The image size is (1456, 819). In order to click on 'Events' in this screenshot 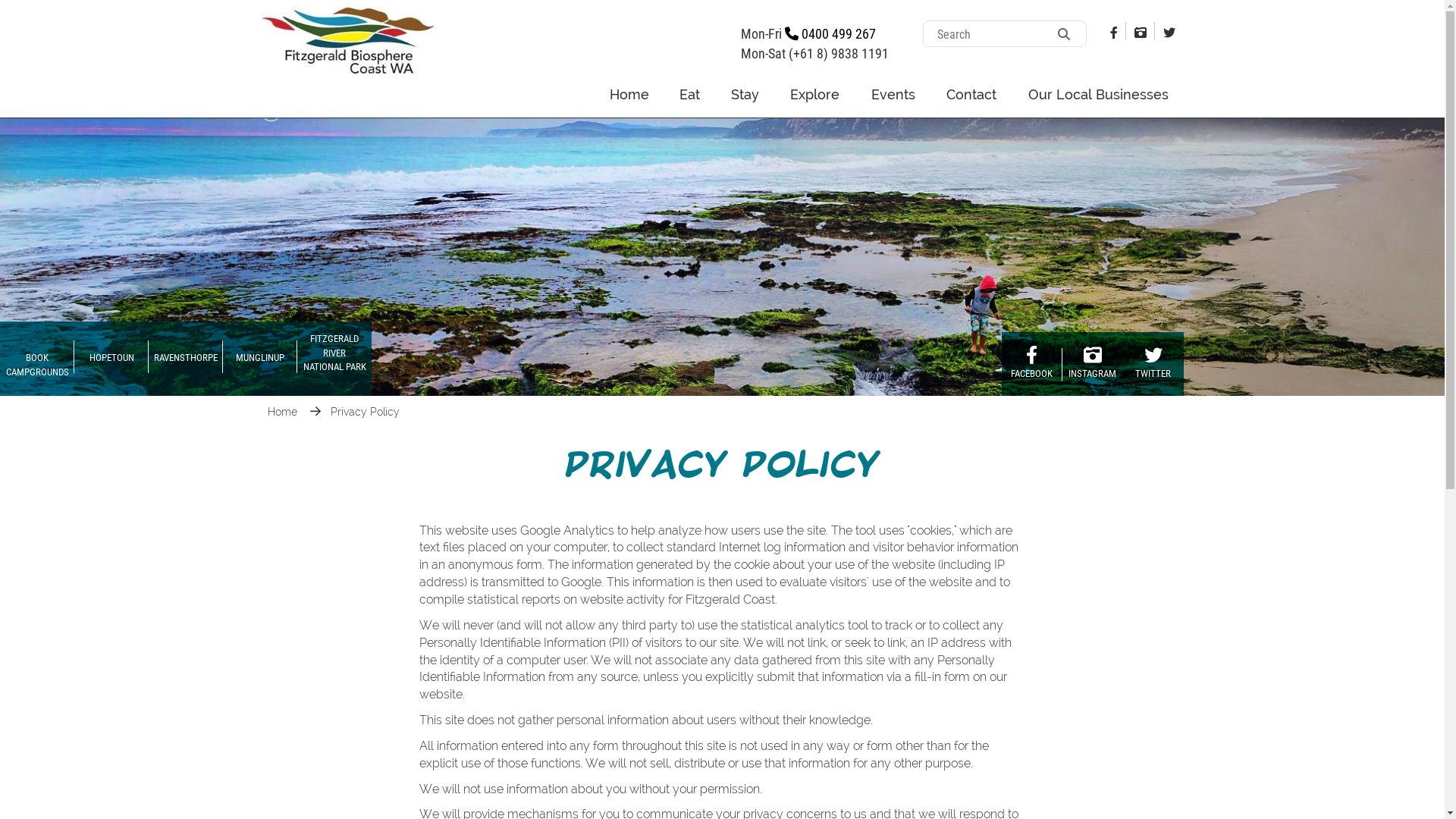, I will do `click(893, 94)`.